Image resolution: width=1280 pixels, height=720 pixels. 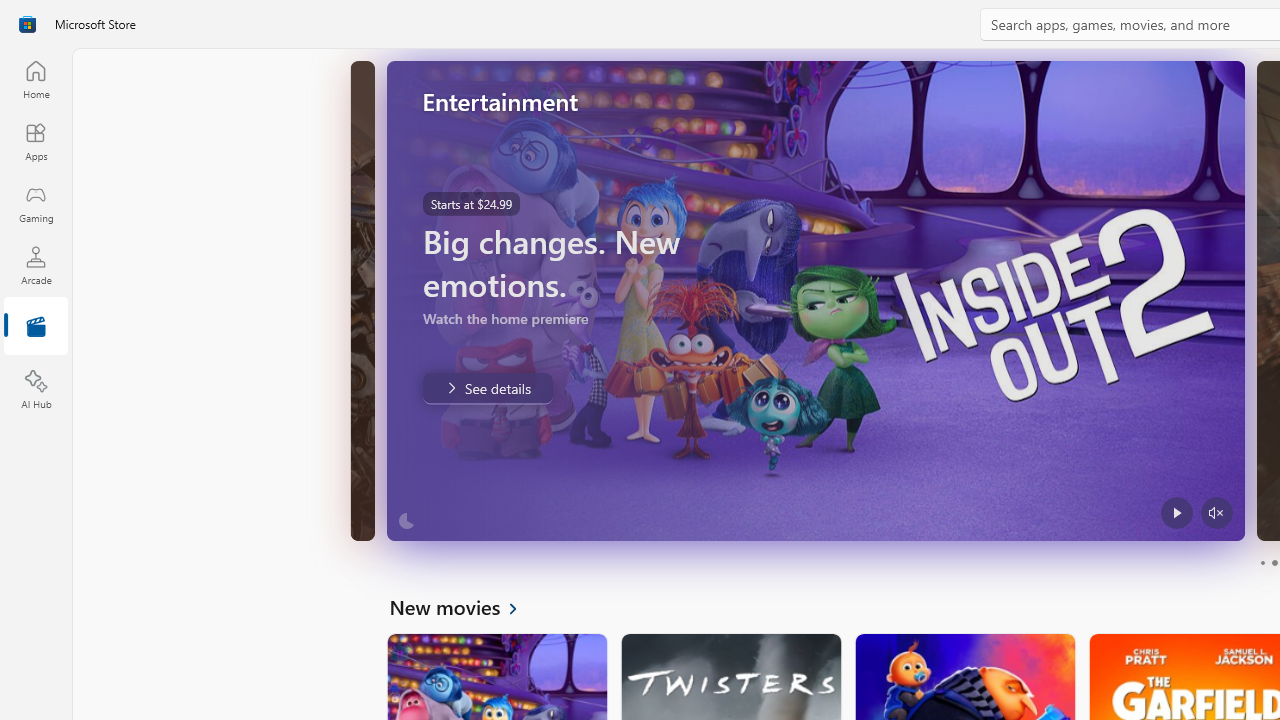 I want to click on 'Unmute', so click(x=1215, y=512).